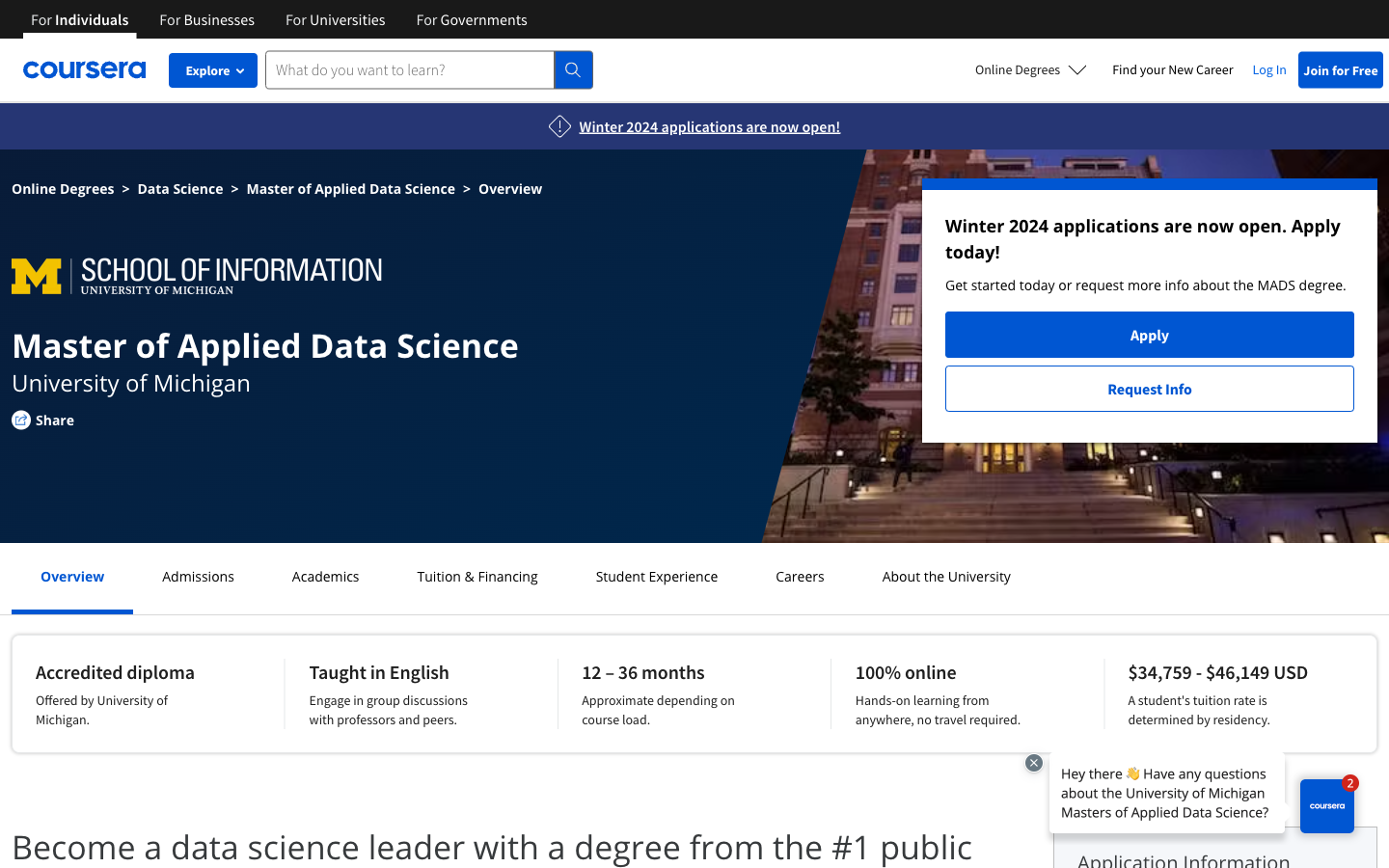 The image size is (1389, 868). Describe the element at coordinates (335, 17) in the screenshot. I see `Get all courses for universities` at that location.